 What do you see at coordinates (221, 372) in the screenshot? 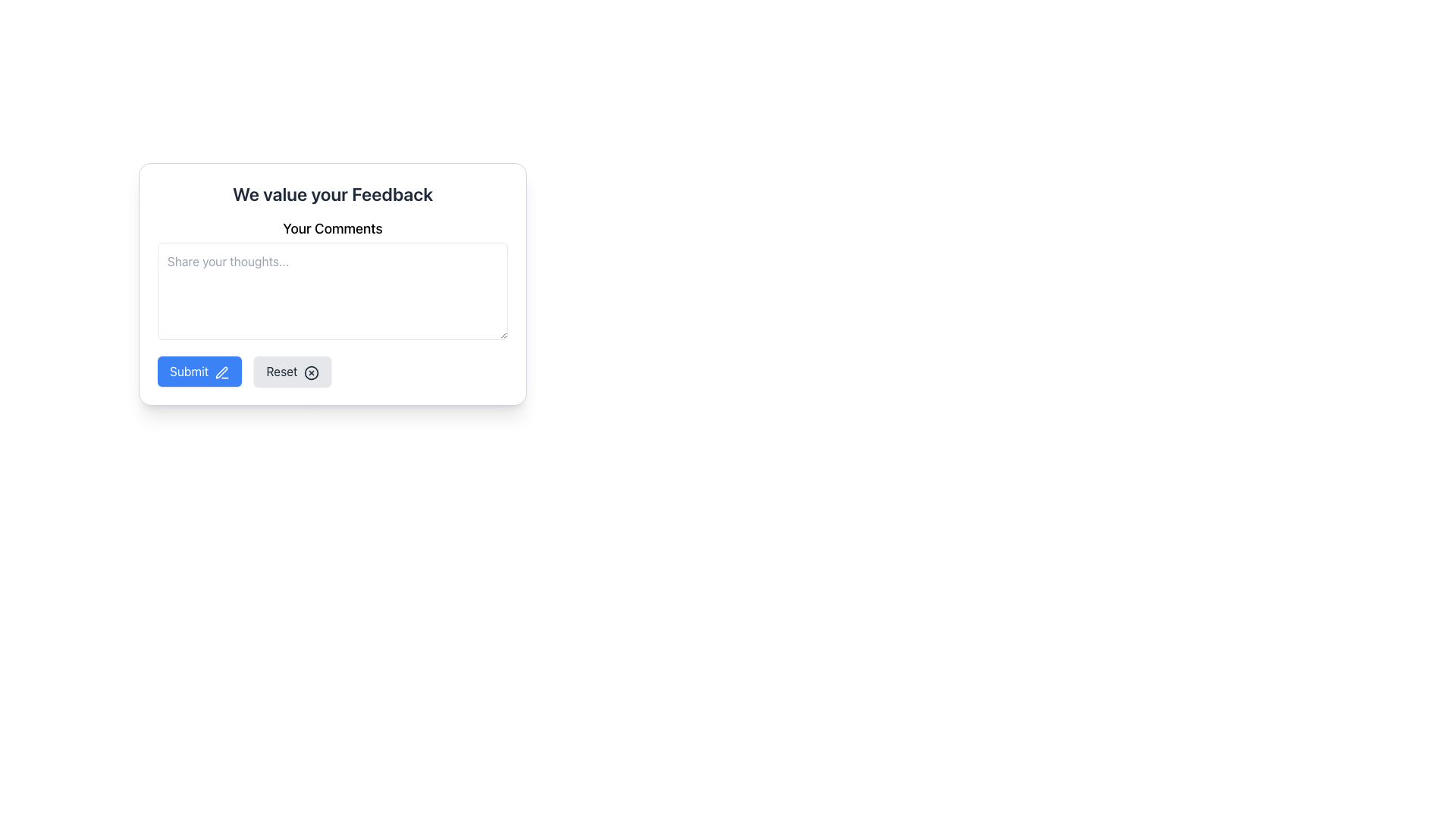
I see `the pen icon with a blue background located immediately to the right of the 'Submit' button text to interact with it` at bounding box center [221, 372].